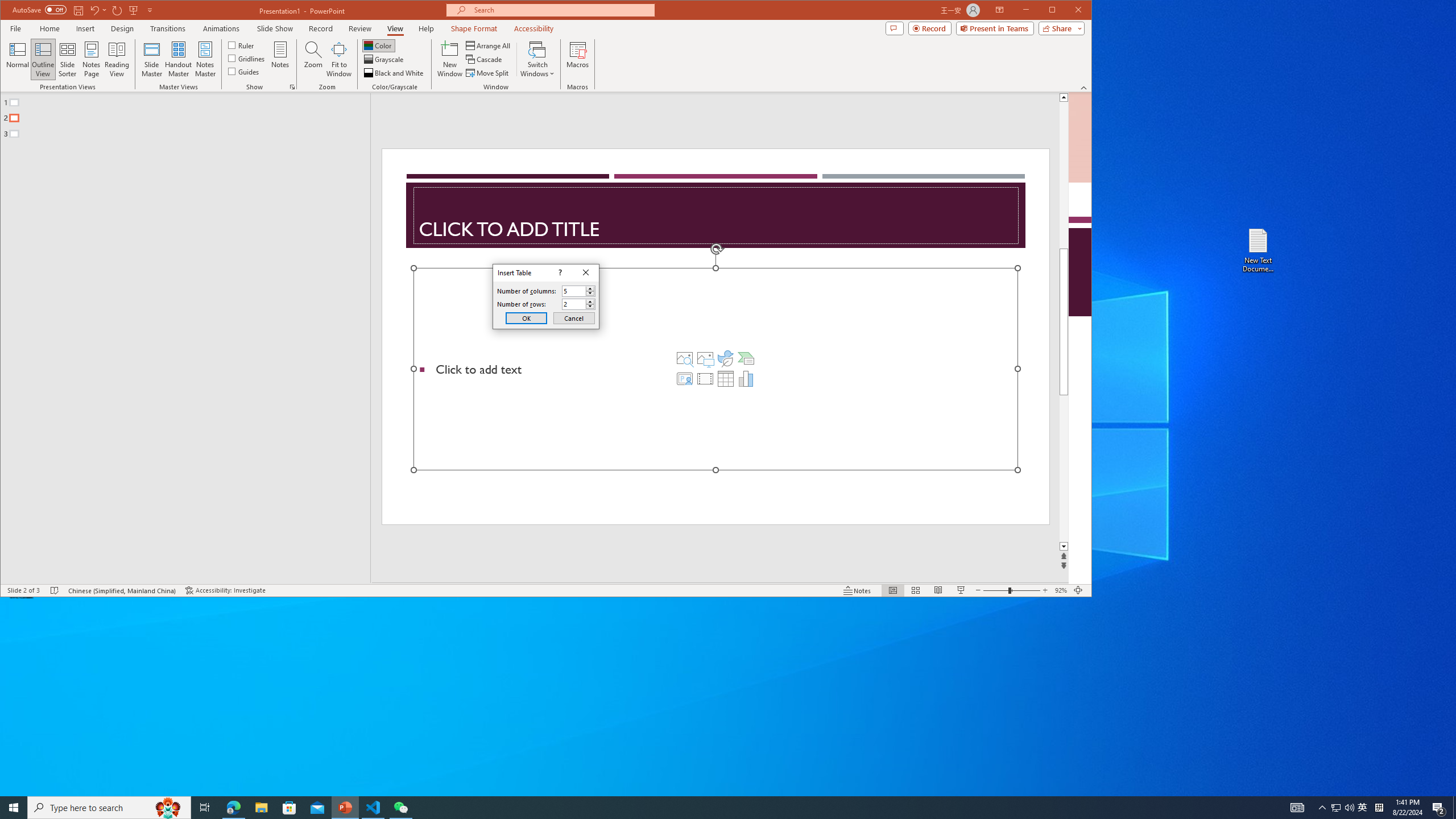  What do you see at coordinates (577, 59) in the screenshot?
I see `'Macros'` at bounding box center [577, 59].